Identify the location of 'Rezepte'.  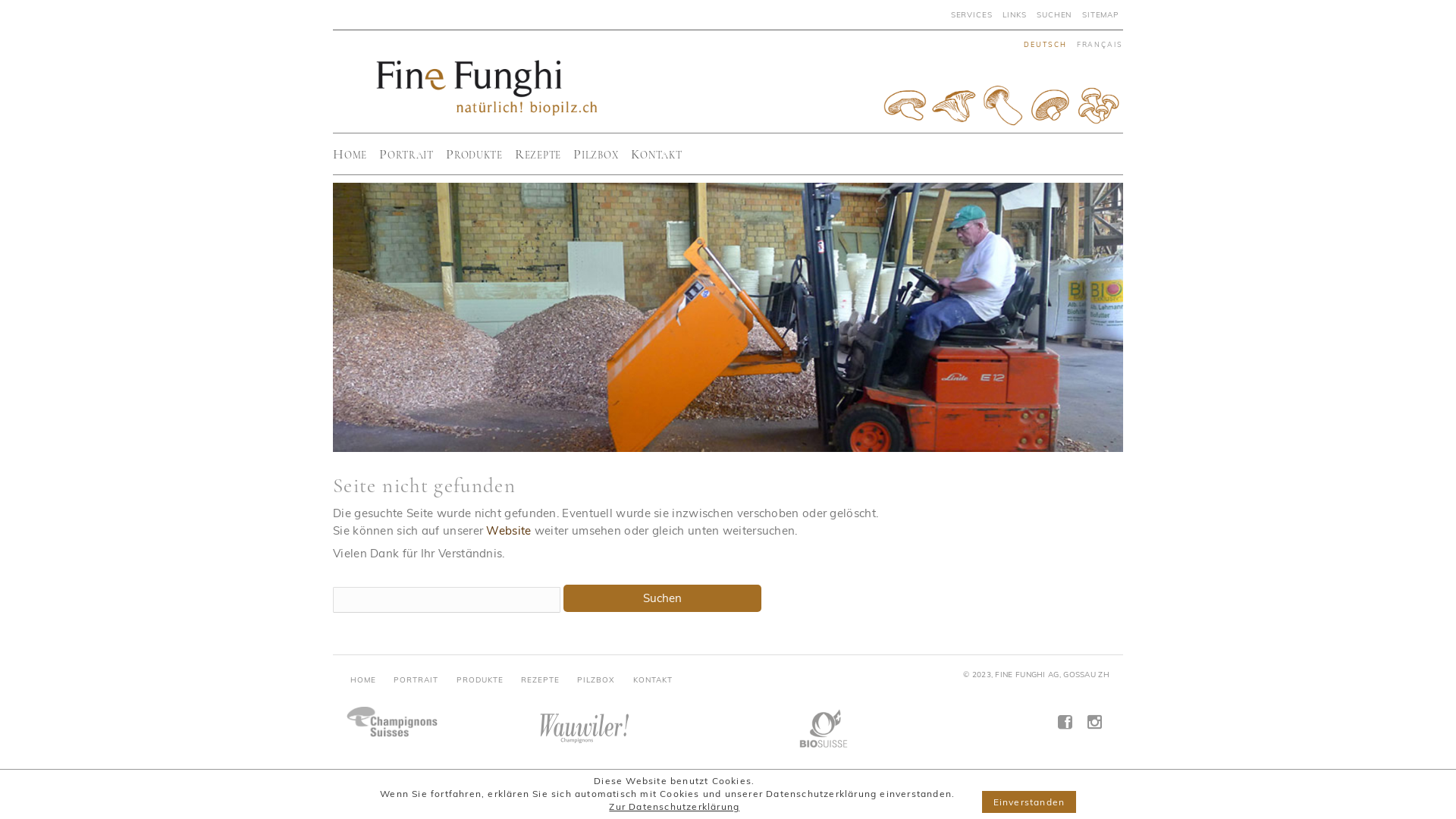
(544, 154).